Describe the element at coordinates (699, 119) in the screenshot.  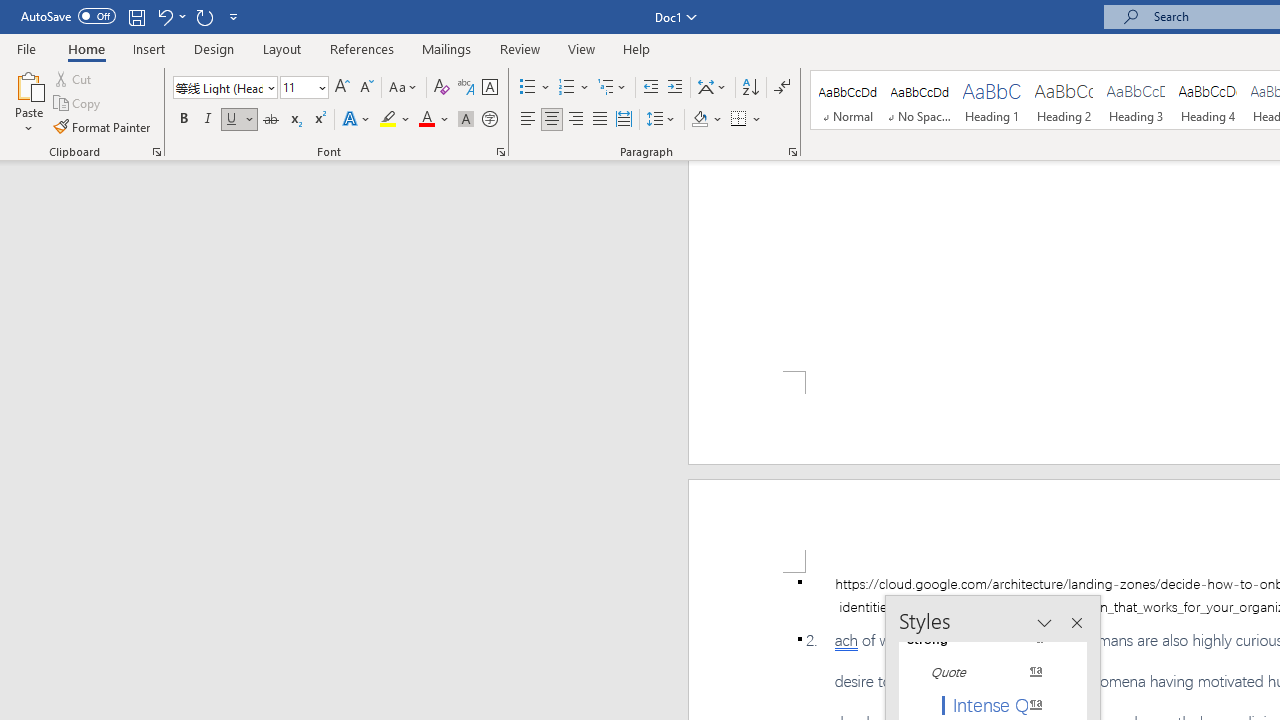
I see `'Shading RGB(0, 0, 0)'` at that location.